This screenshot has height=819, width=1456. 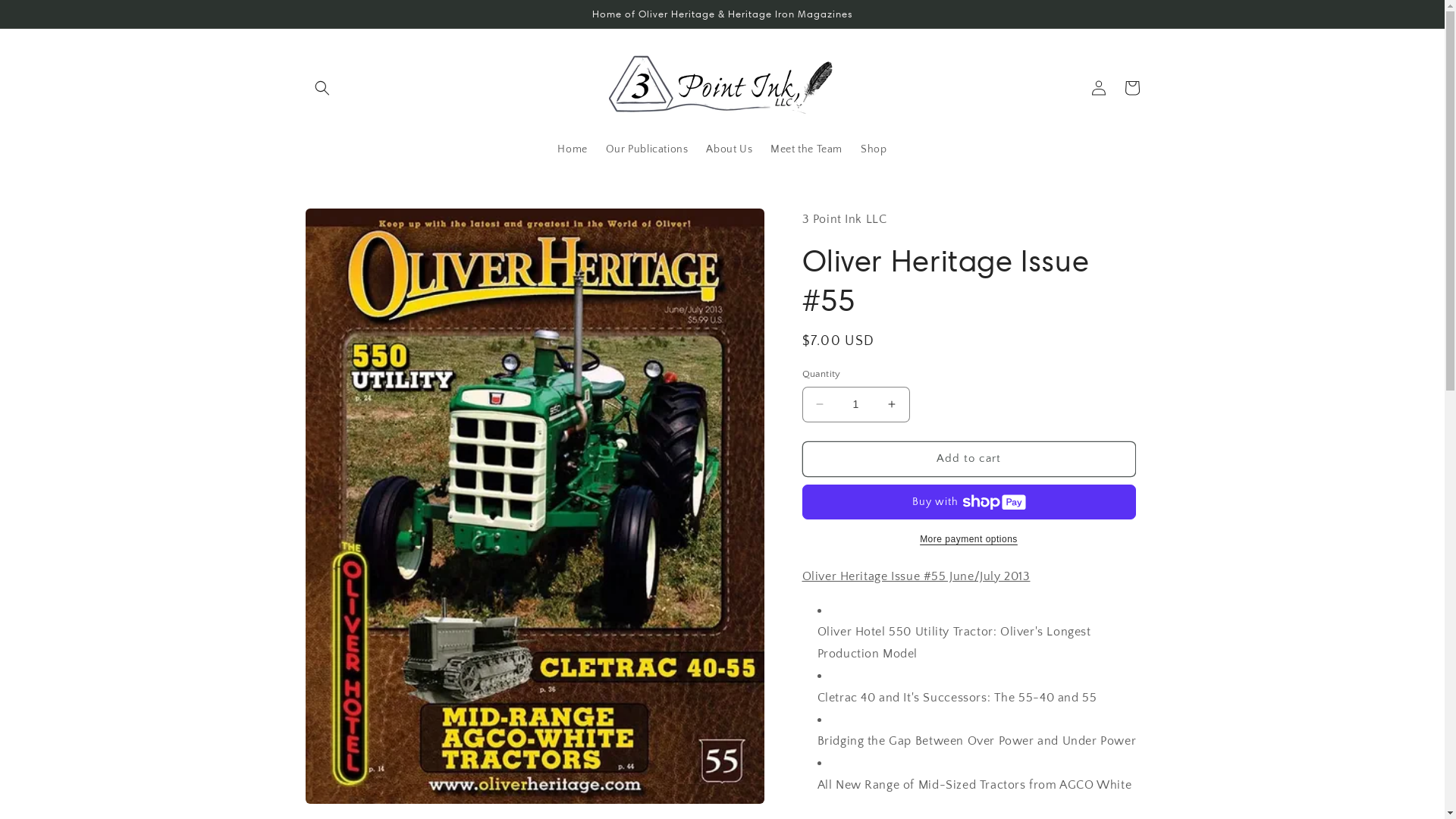 I want to click on 'Cart', so click(x=1114, y=87).